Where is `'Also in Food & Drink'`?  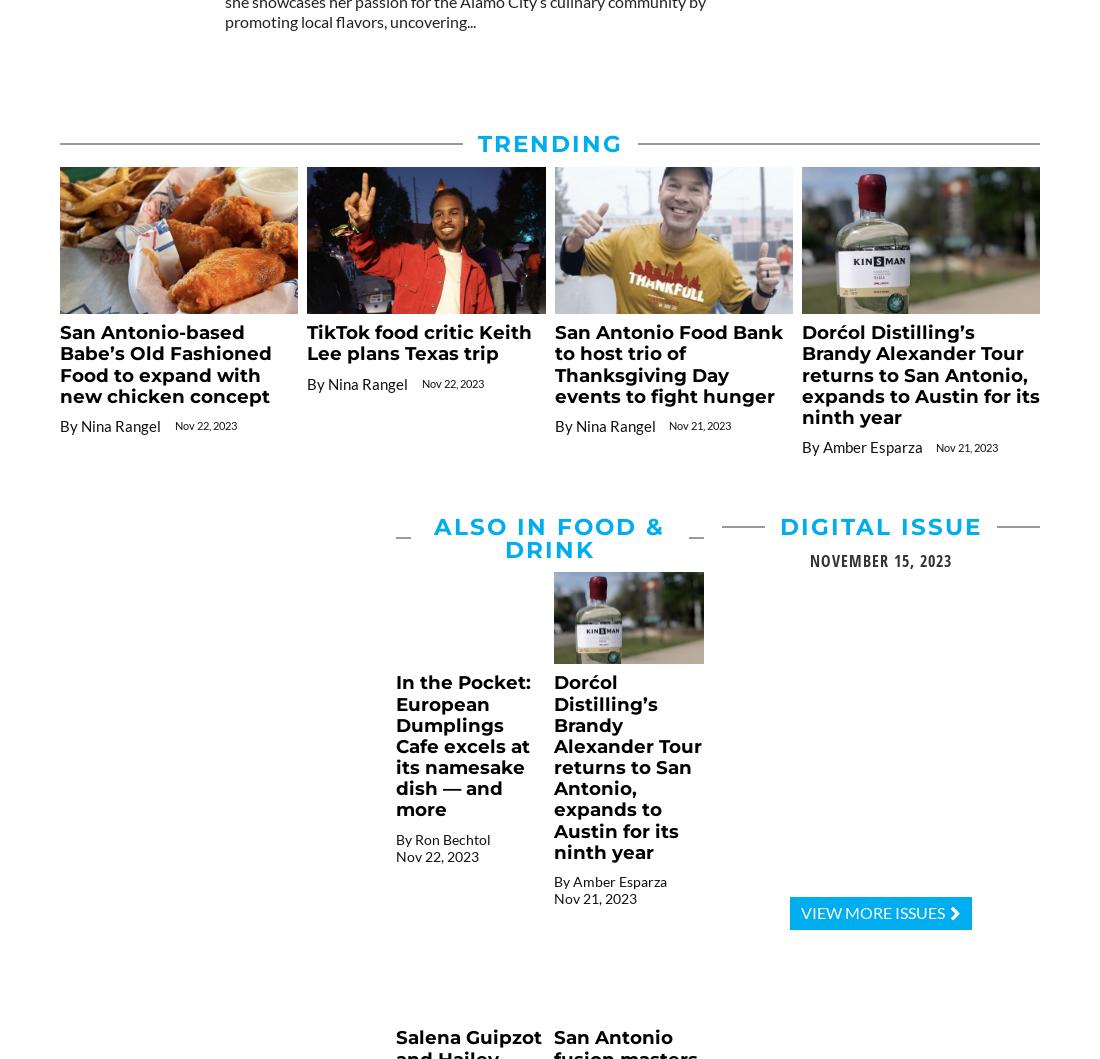
'Also in Food & Drink' is located at coordinates (549, 536).